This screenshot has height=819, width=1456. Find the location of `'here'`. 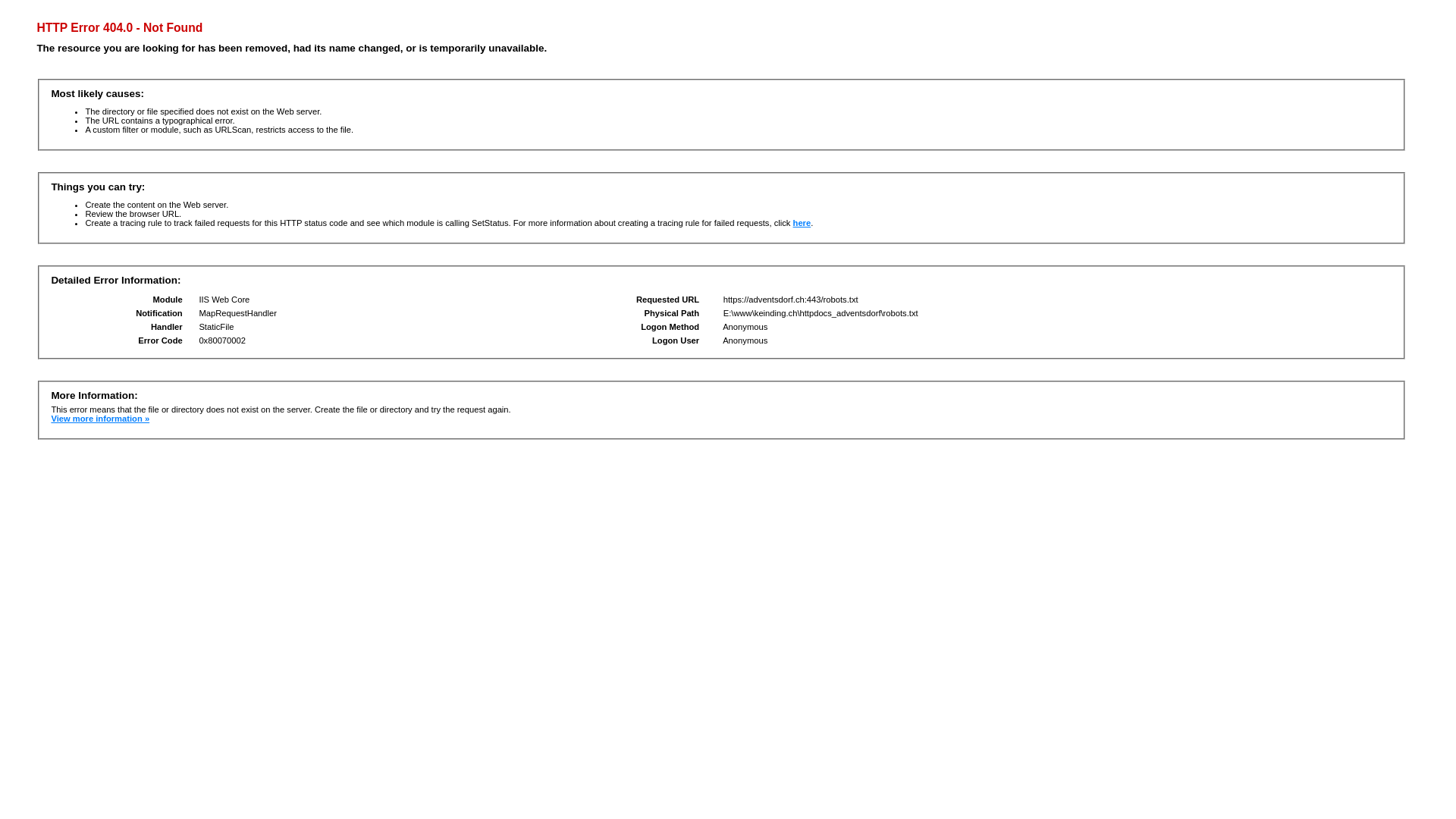

'here' is located at coordinates (801, 222).